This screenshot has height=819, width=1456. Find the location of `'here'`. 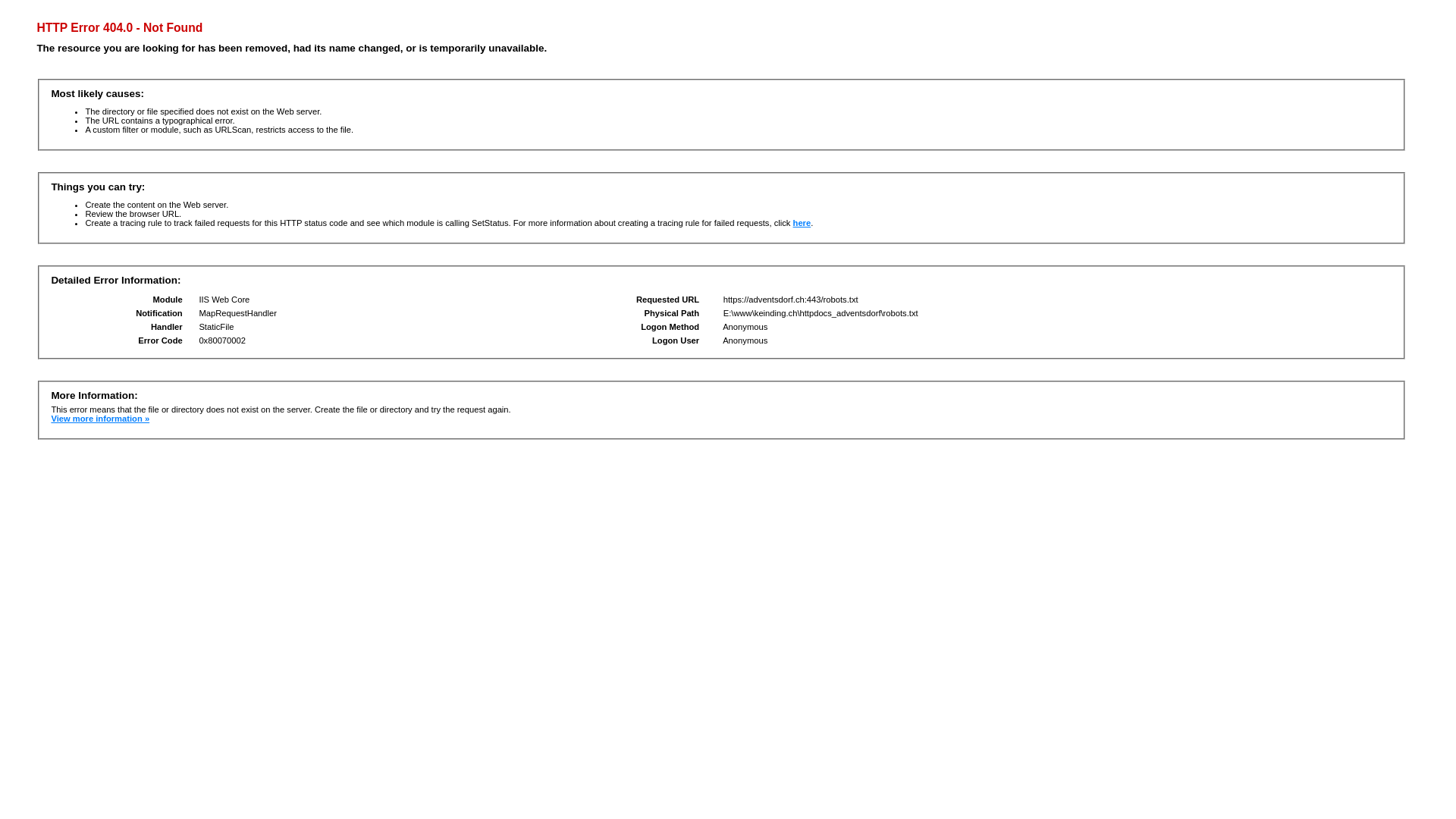

'here' is located at coordinates (801, 222).